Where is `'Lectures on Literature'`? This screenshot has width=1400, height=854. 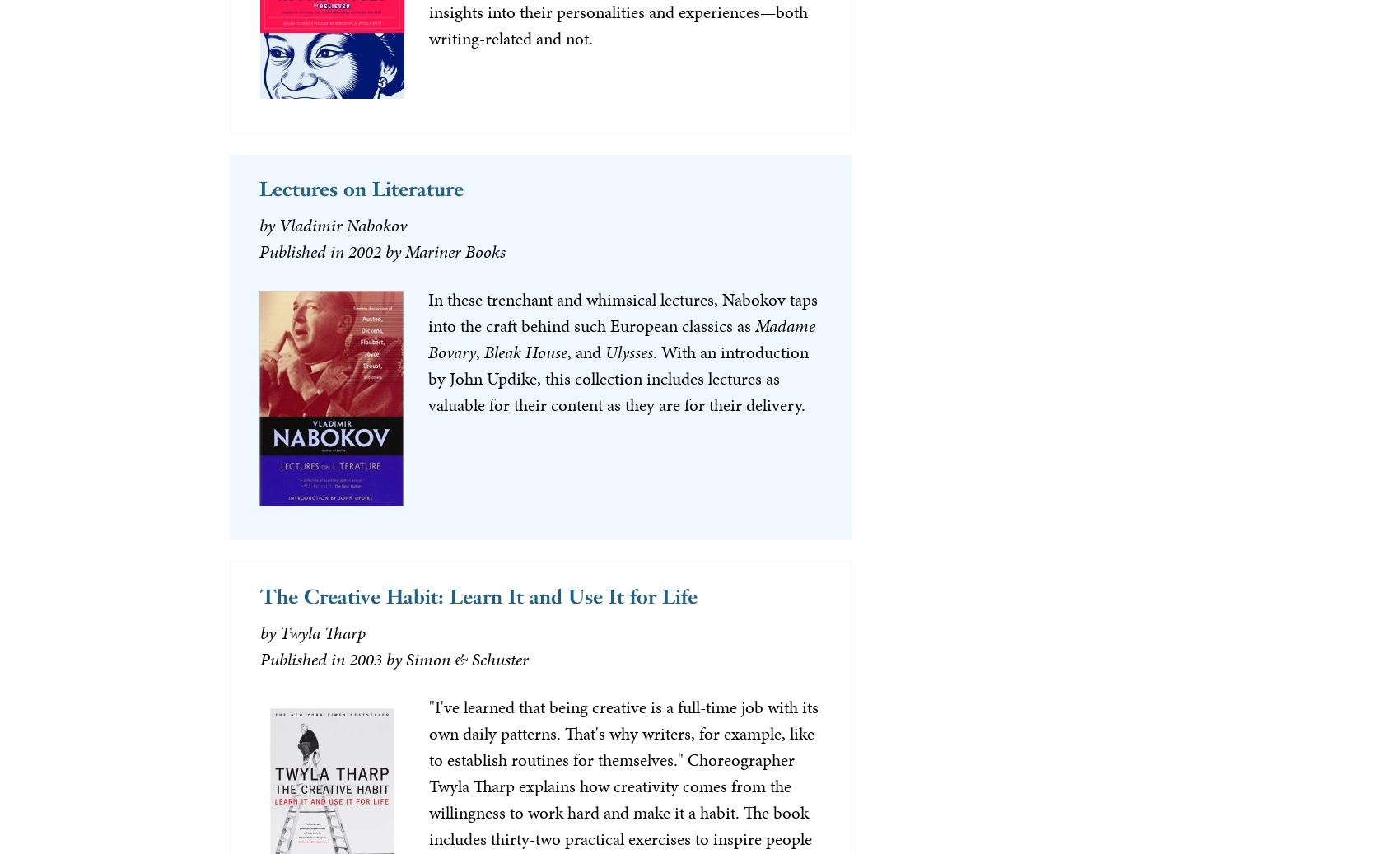
'Lectures on Literature' is located at coordinates (360, 187).